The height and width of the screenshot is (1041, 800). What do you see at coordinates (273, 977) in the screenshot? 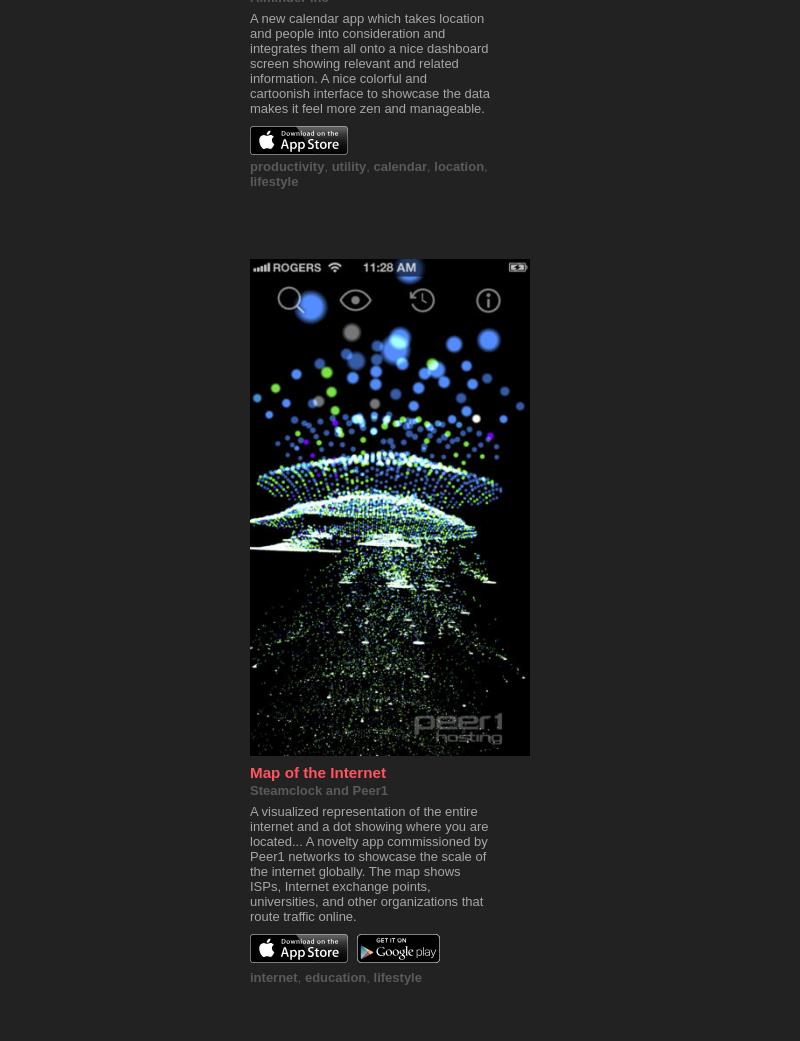
I see `'internet'` at bounding box center [273, 977].